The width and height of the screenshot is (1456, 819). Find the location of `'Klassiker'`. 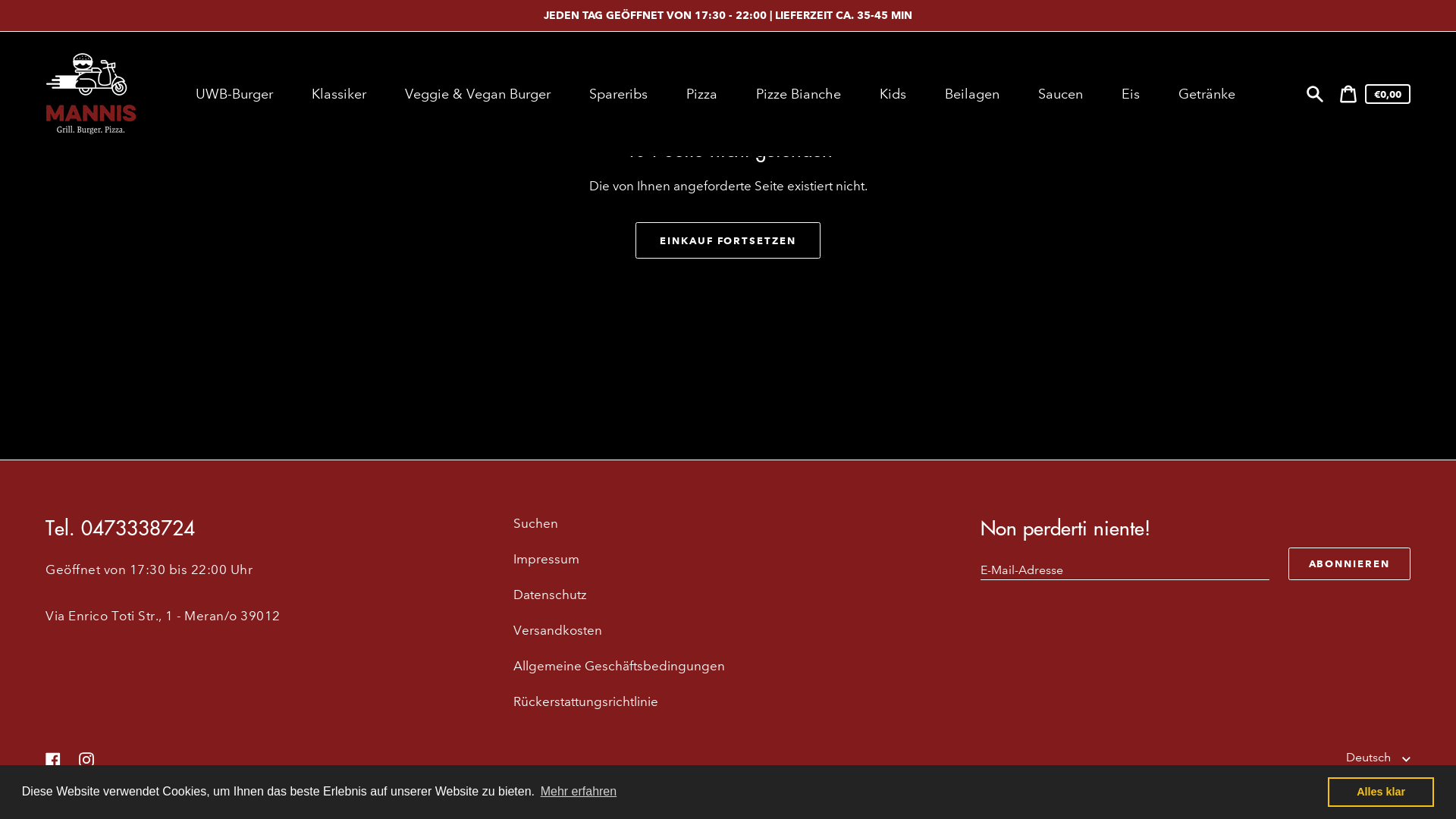

'Klassiker' is located at coordinates (340, 93).